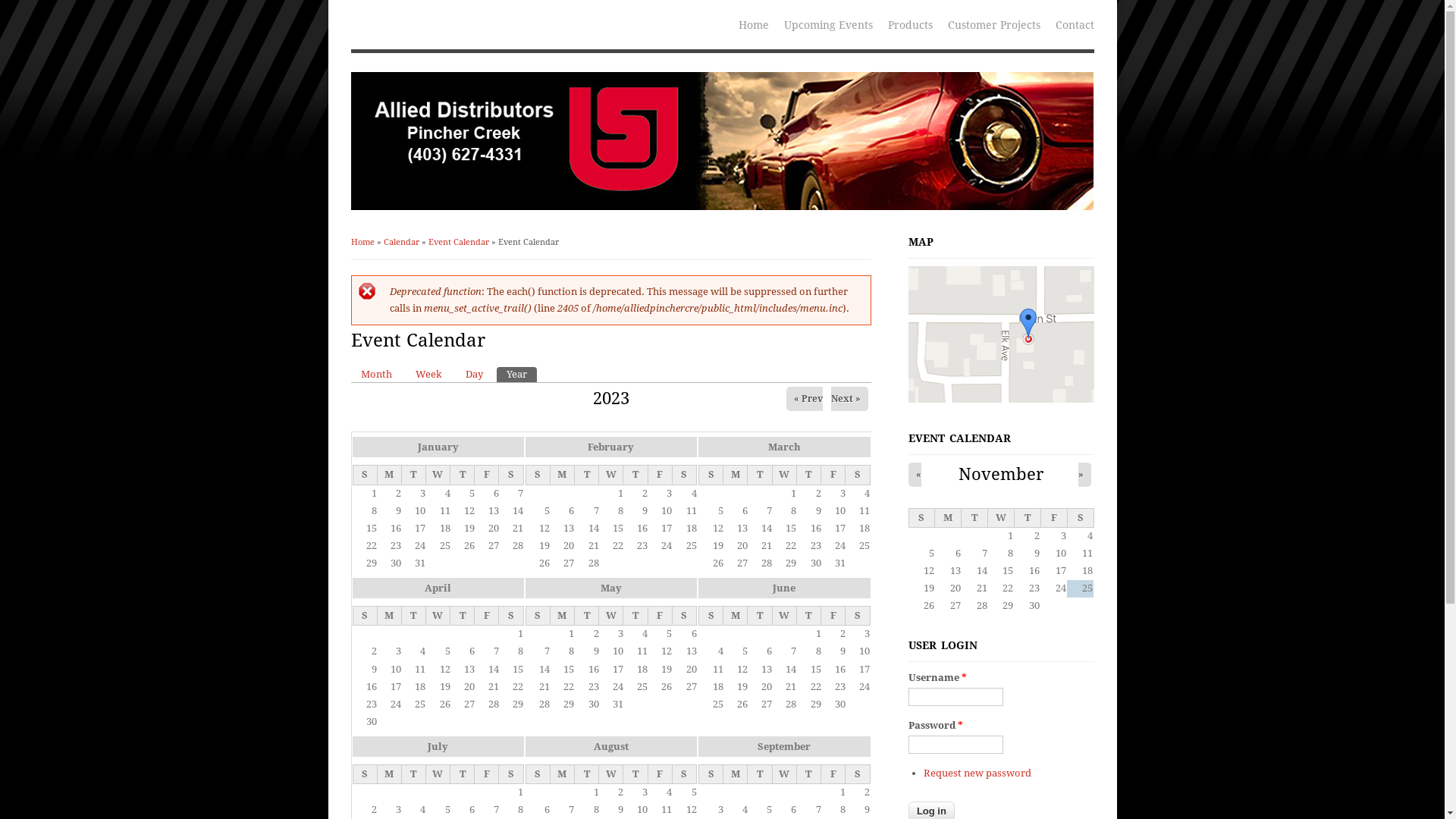 This screenshot has width=1456, height=819. What do you see at coordinates (783, 587) in the screenshot?
I see `'June'` at bounding box center [783, 587].